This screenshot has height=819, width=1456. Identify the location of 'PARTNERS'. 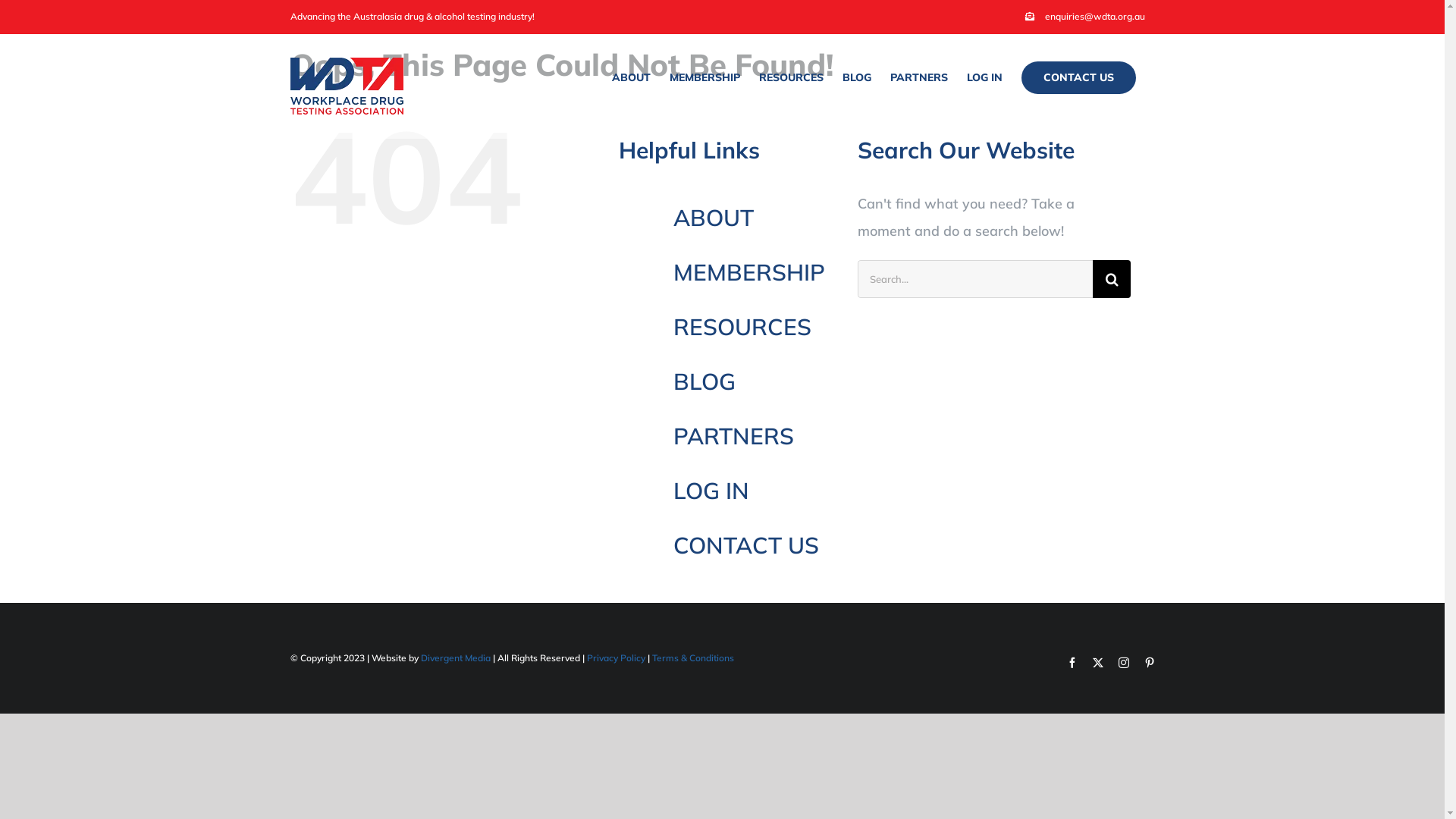
(733, 435).